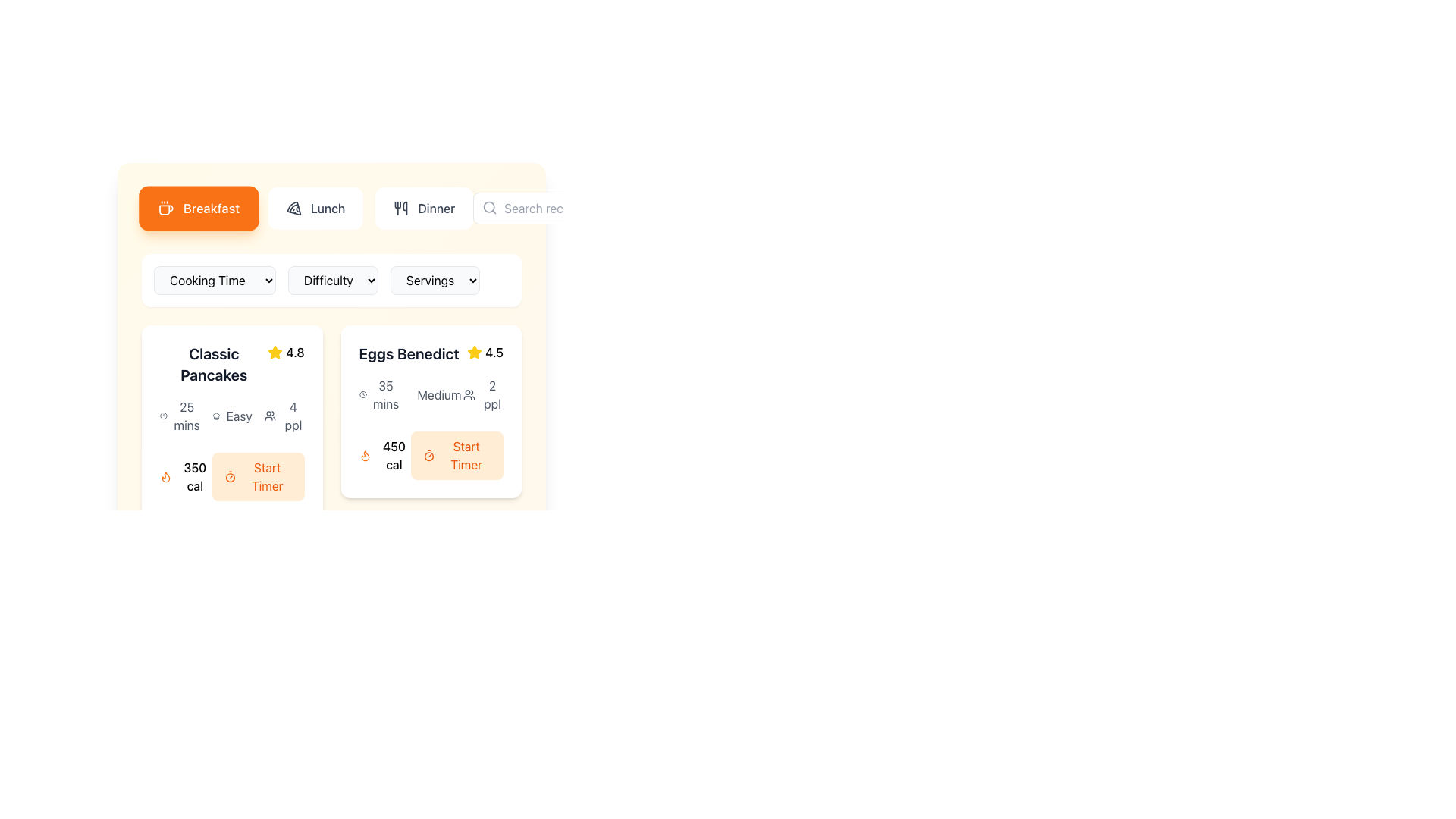 Image resolution: width=1456 pixels, height=819 pixels. What do you see at coordinates (394, 455) in the screenshot?
I see `the text element that displays the number of calories for the 'Eggs Benedict' dish, located in the bottom left corner of the card and beneath the flame icon` at bounding box center [394, 455].